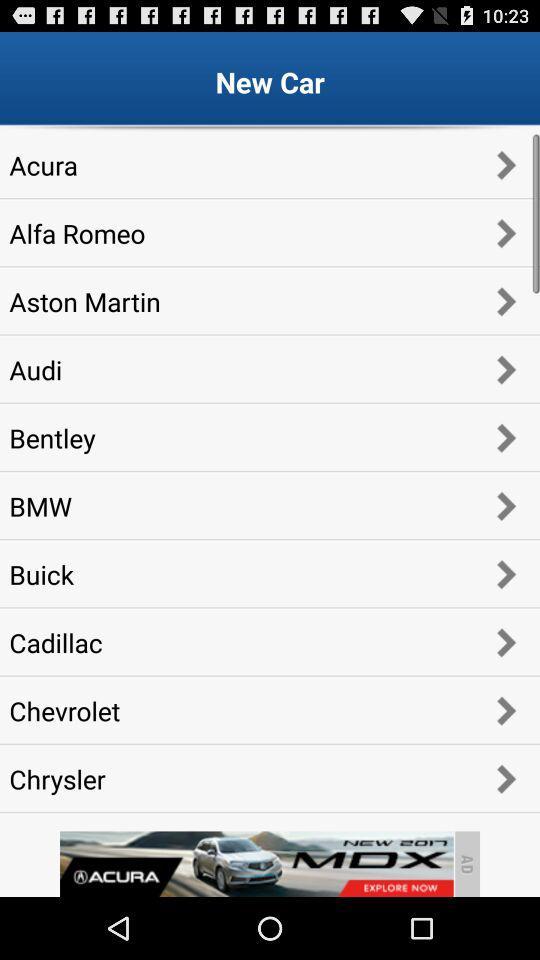 Image resolution: width=540 pixels, height=960 pixels. I want to click on click advertisement, so click(256, 863).